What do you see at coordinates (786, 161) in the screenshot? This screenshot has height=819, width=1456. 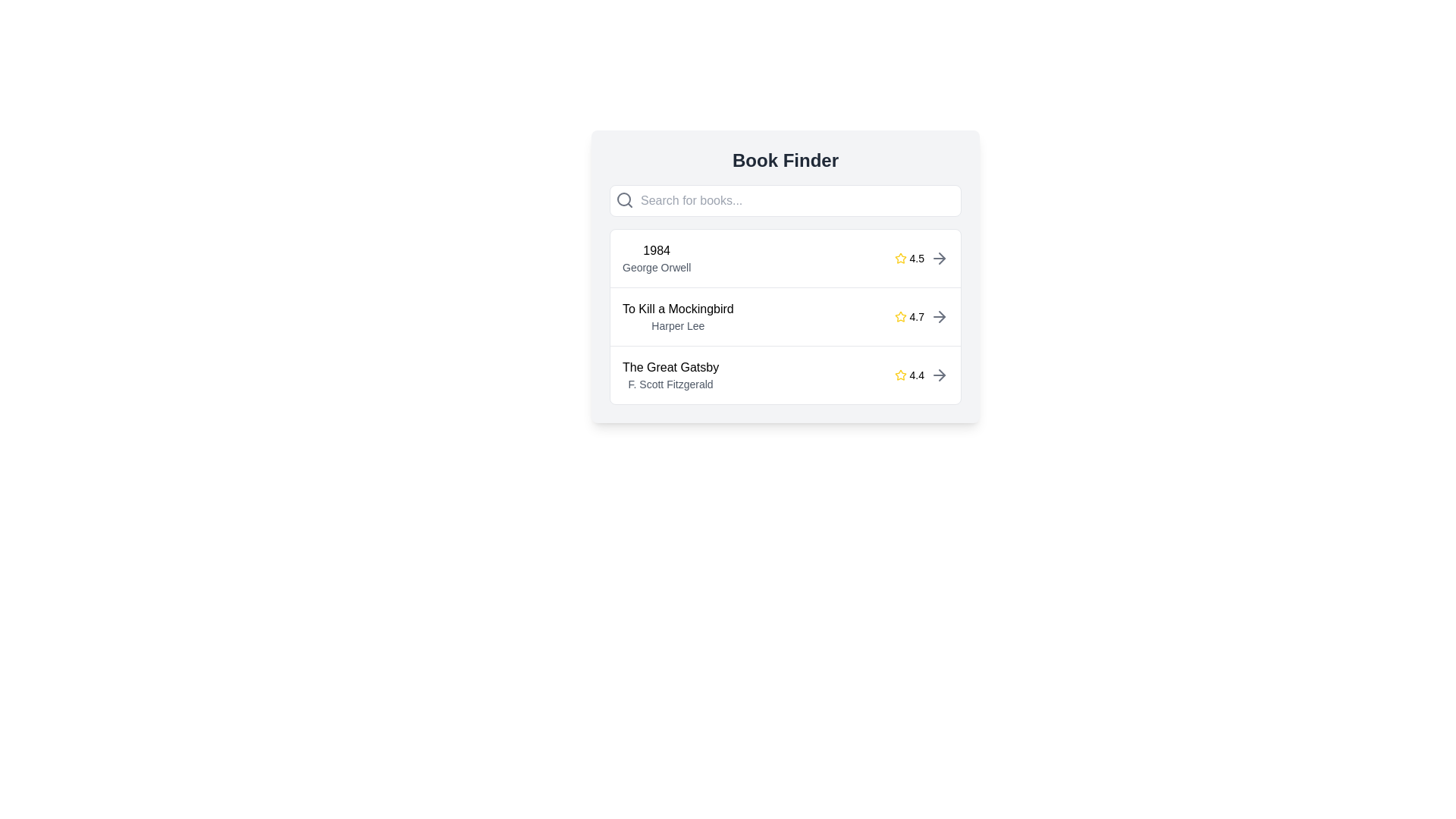 I see `the bold and large text label displaying the title 'Book Finder' at the top center of the interface` at bounding box center [786, 161].